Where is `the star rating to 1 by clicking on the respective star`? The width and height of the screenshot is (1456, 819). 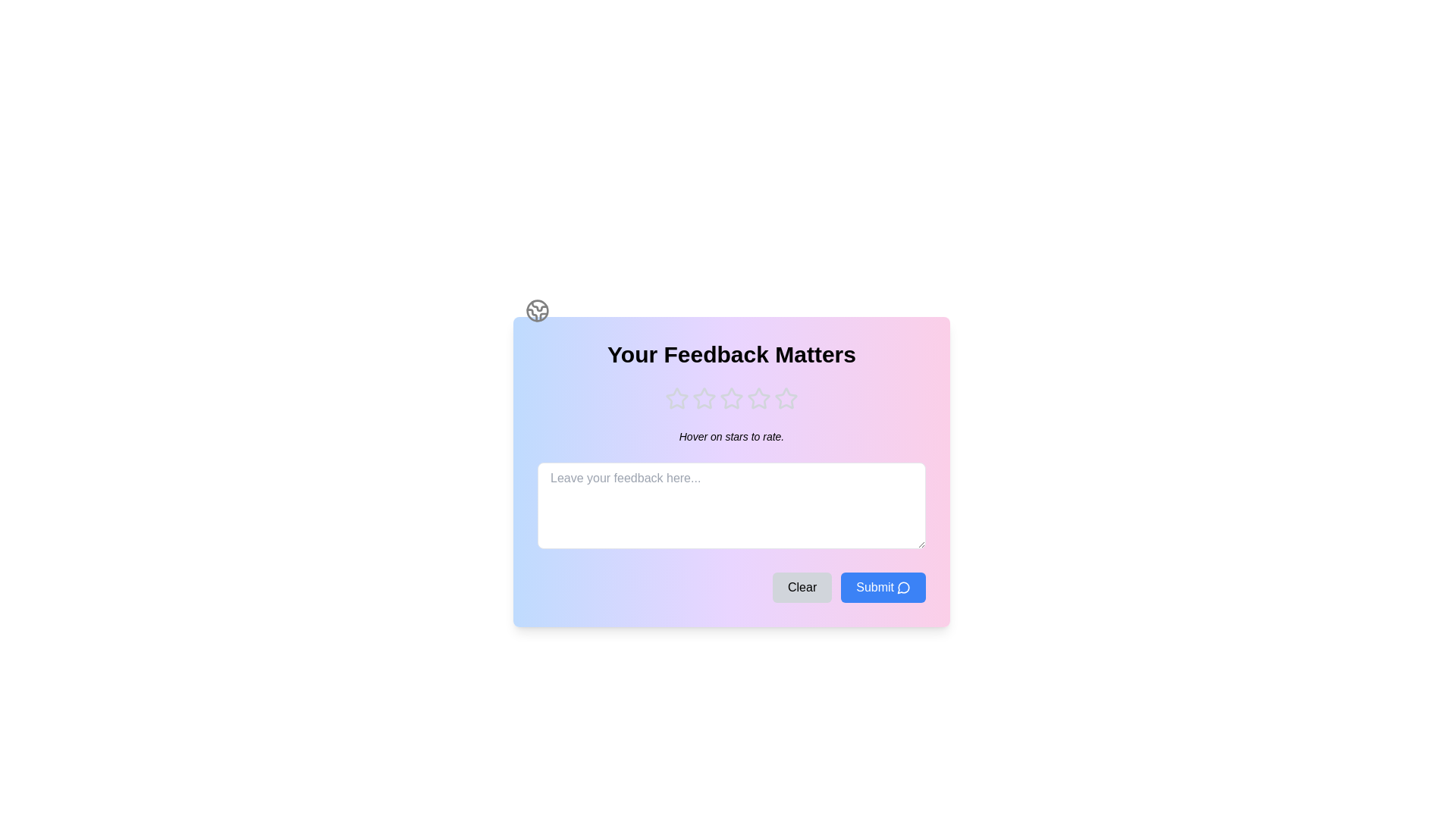
the star rating to 1 by clicking on the respective star is located at coordinates (676, 397).